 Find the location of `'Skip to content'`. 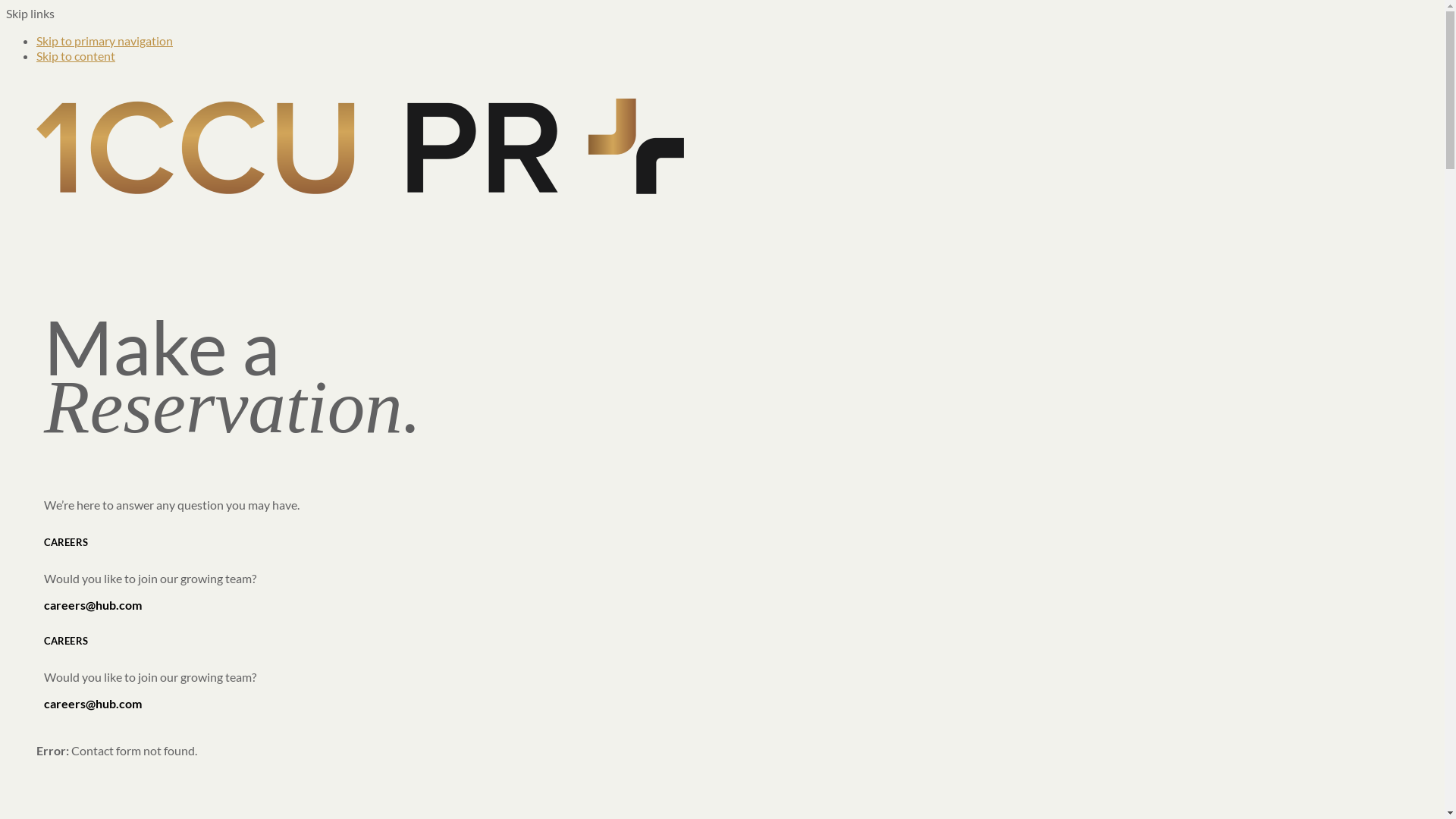

'Skip to content' is located at coordinates (75, 55).